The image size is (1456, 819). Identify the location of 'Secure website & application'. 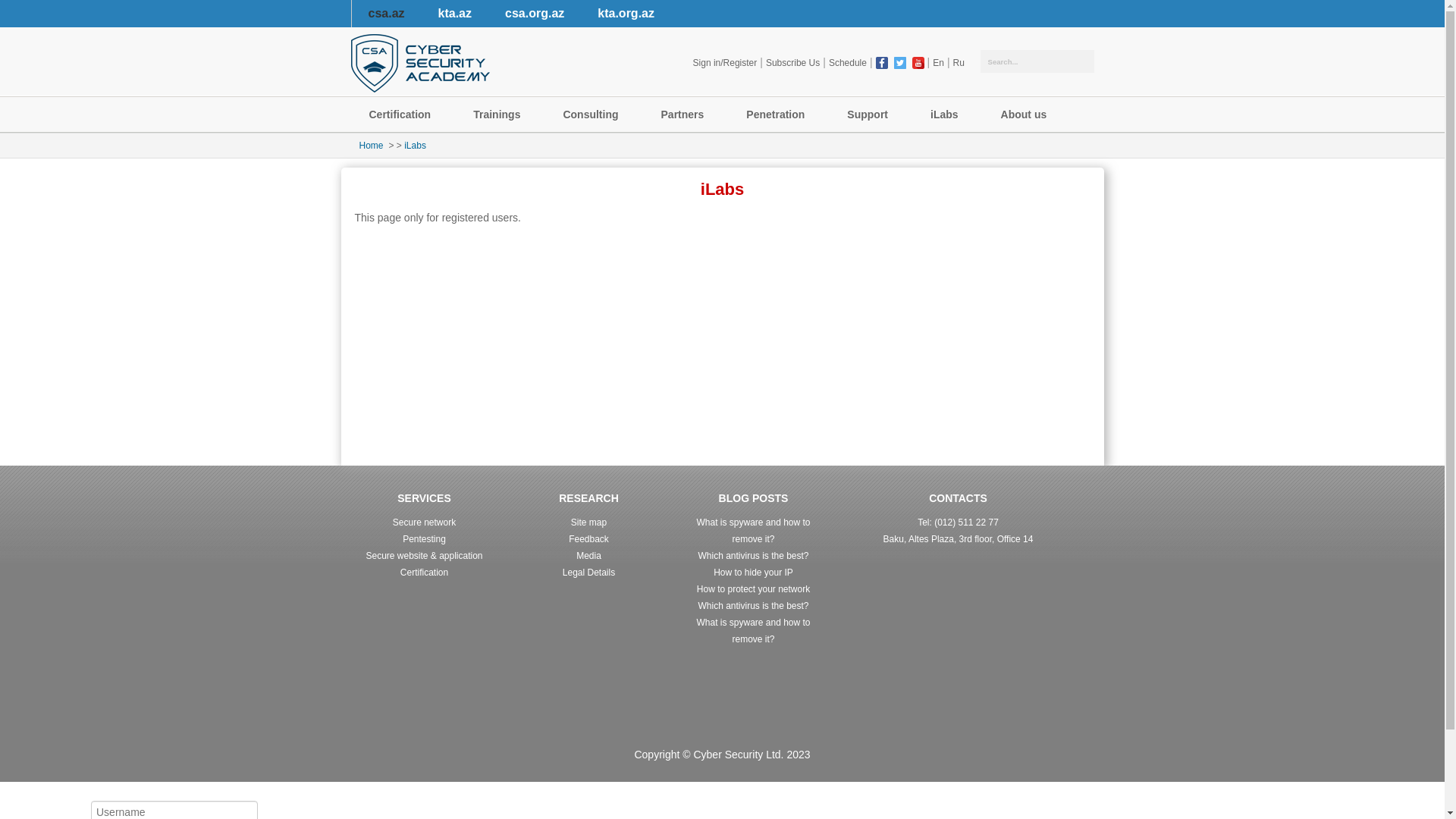
(423, 555).